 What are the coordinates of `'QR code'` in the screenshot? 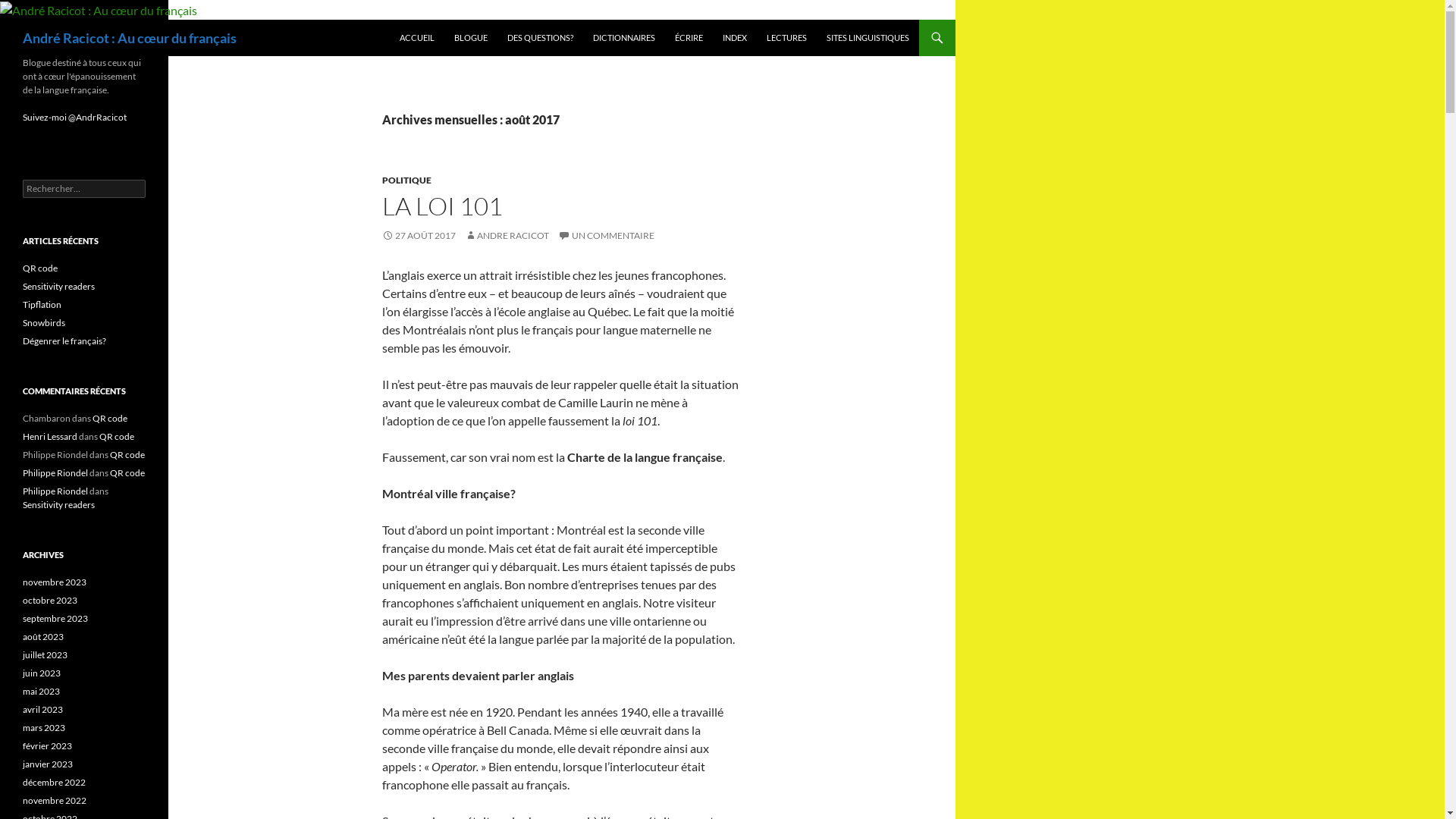 It's located at (39, 267).